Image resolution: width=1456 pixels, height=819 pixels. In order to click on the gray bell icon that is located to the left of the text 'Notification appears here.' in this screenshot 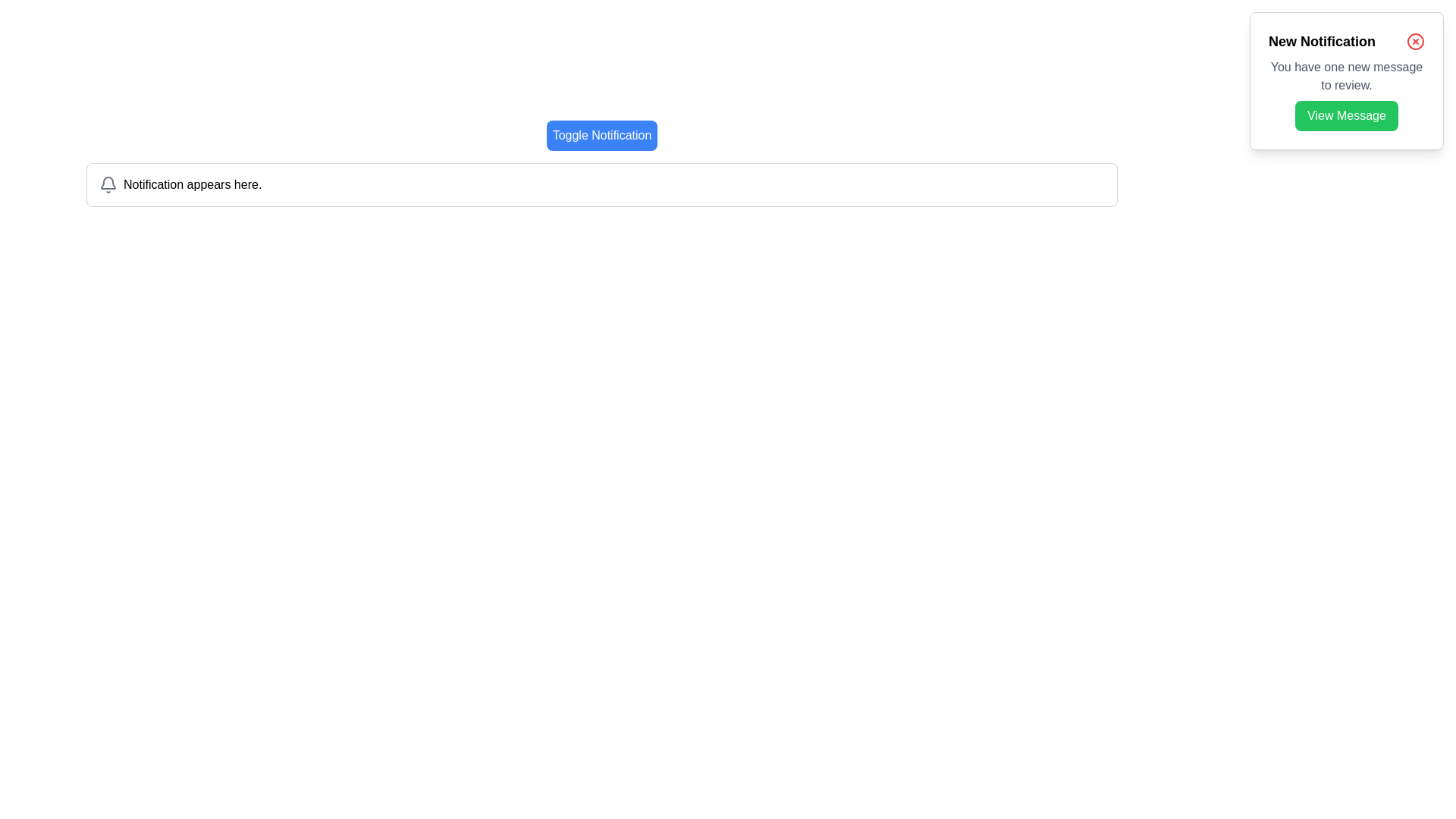, I will do `click(108, 184)`.